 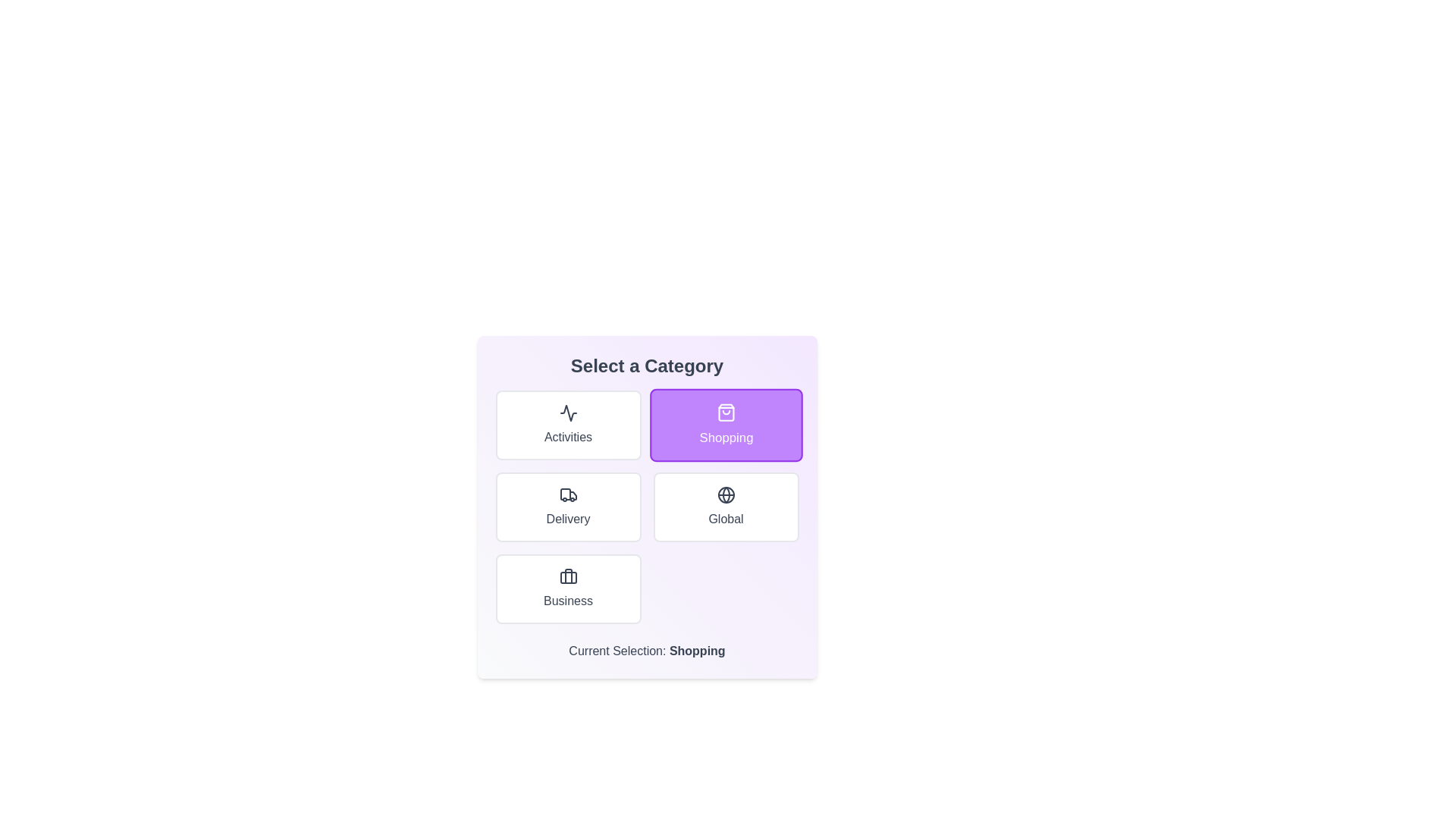 What do you see at coordinates (567, 588) in the screenshot?
I see `the button corresponding to the category Business` at bounding box center [567, 588].